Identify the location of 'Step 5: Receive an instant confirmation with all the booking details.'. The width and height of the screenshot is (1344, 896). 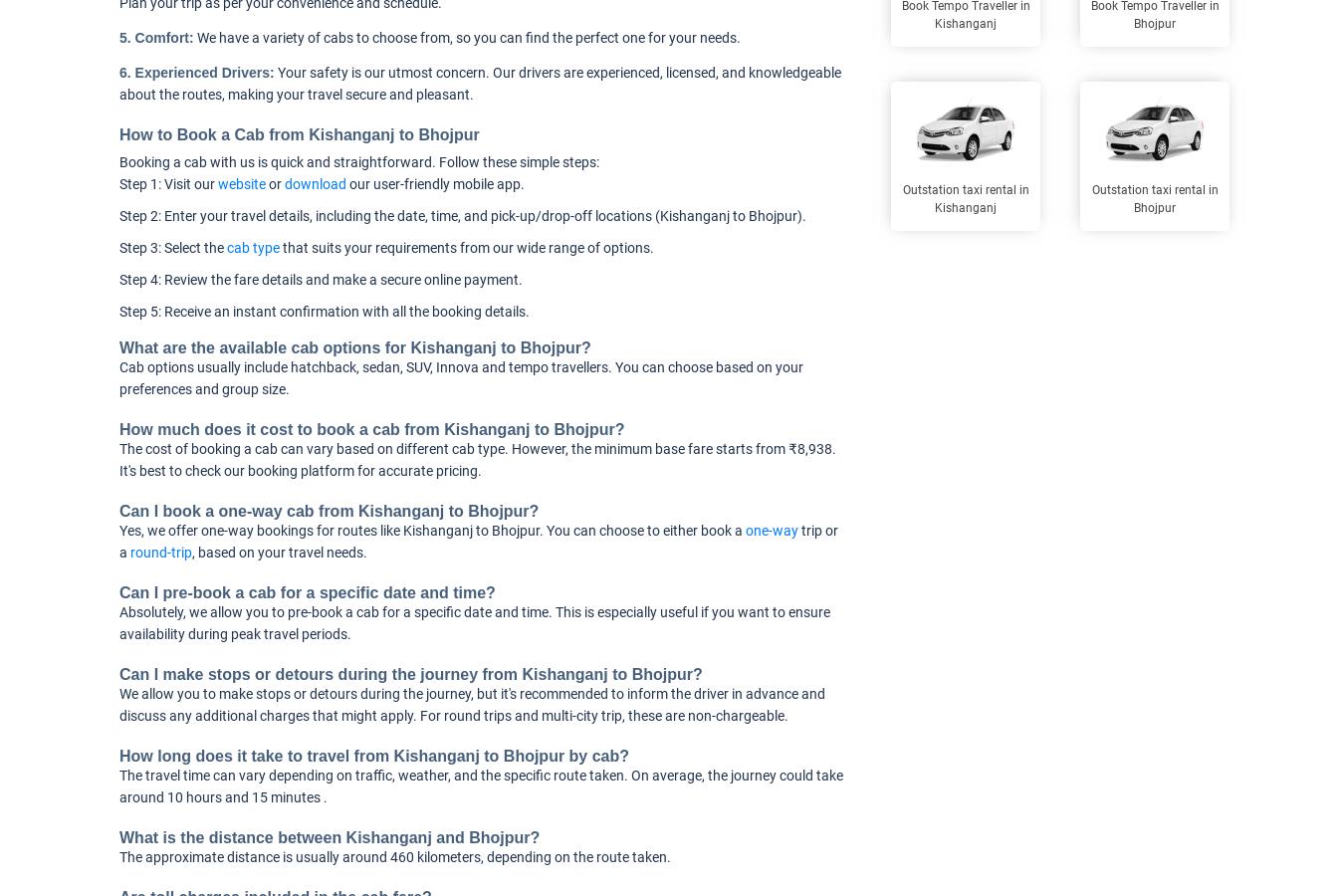
(324, 311).